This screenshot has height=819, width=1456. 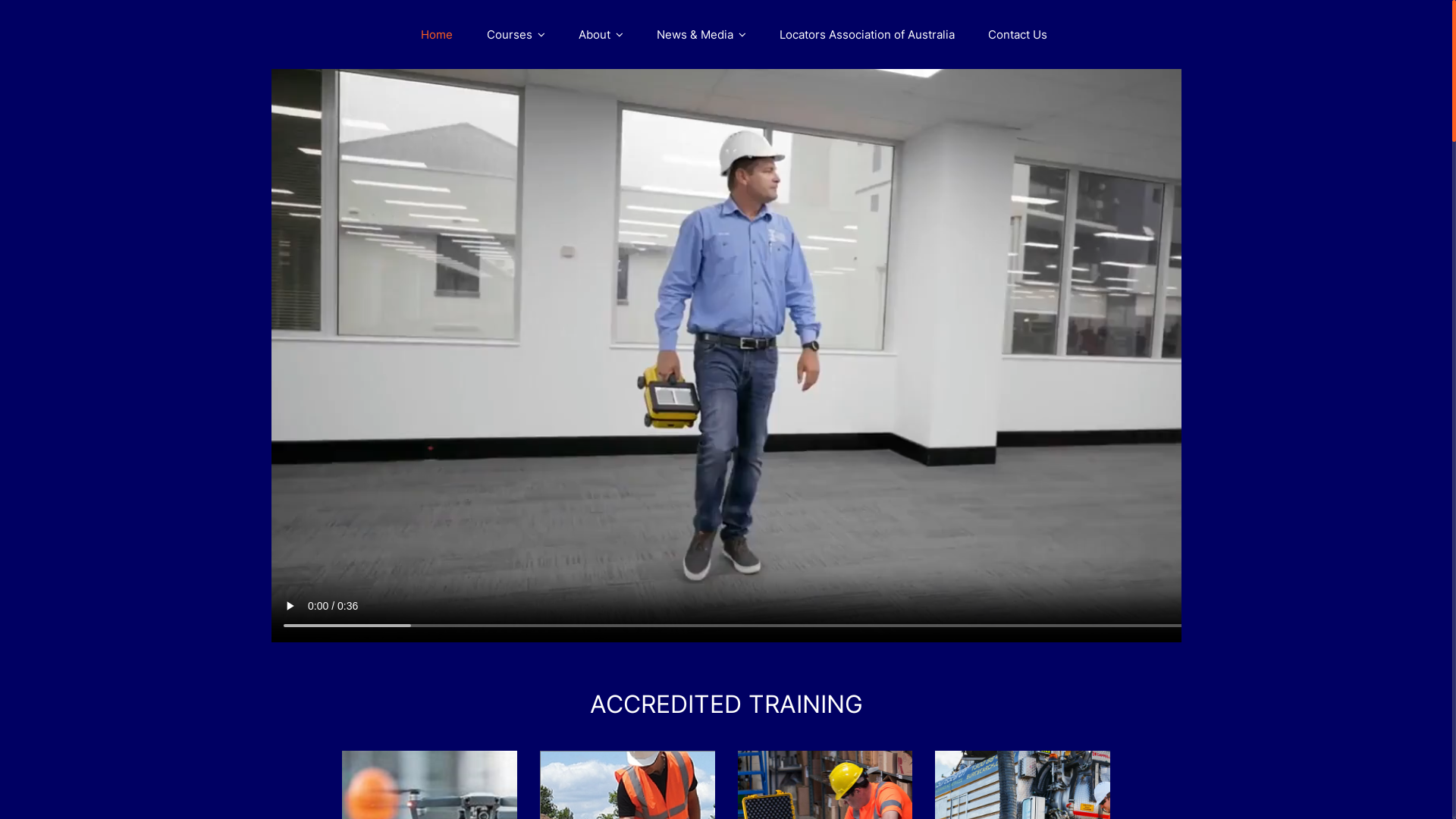 I want to click on 'Courses', so click(x=487, y=34).